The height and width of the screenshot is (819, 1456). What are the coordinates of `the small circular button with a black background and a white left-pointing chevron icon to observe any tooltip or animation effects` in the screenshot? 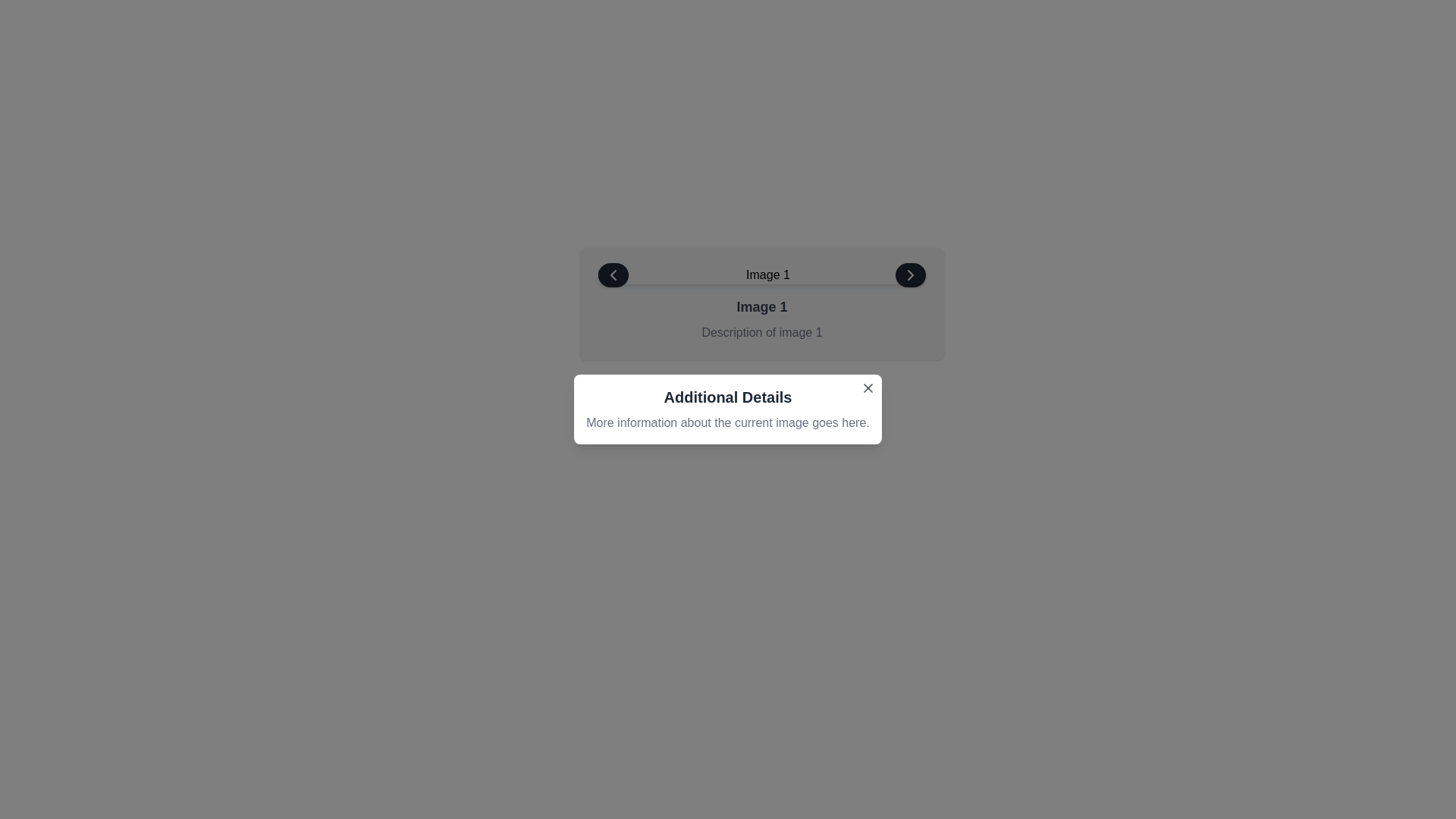 It's located at (613, 275).